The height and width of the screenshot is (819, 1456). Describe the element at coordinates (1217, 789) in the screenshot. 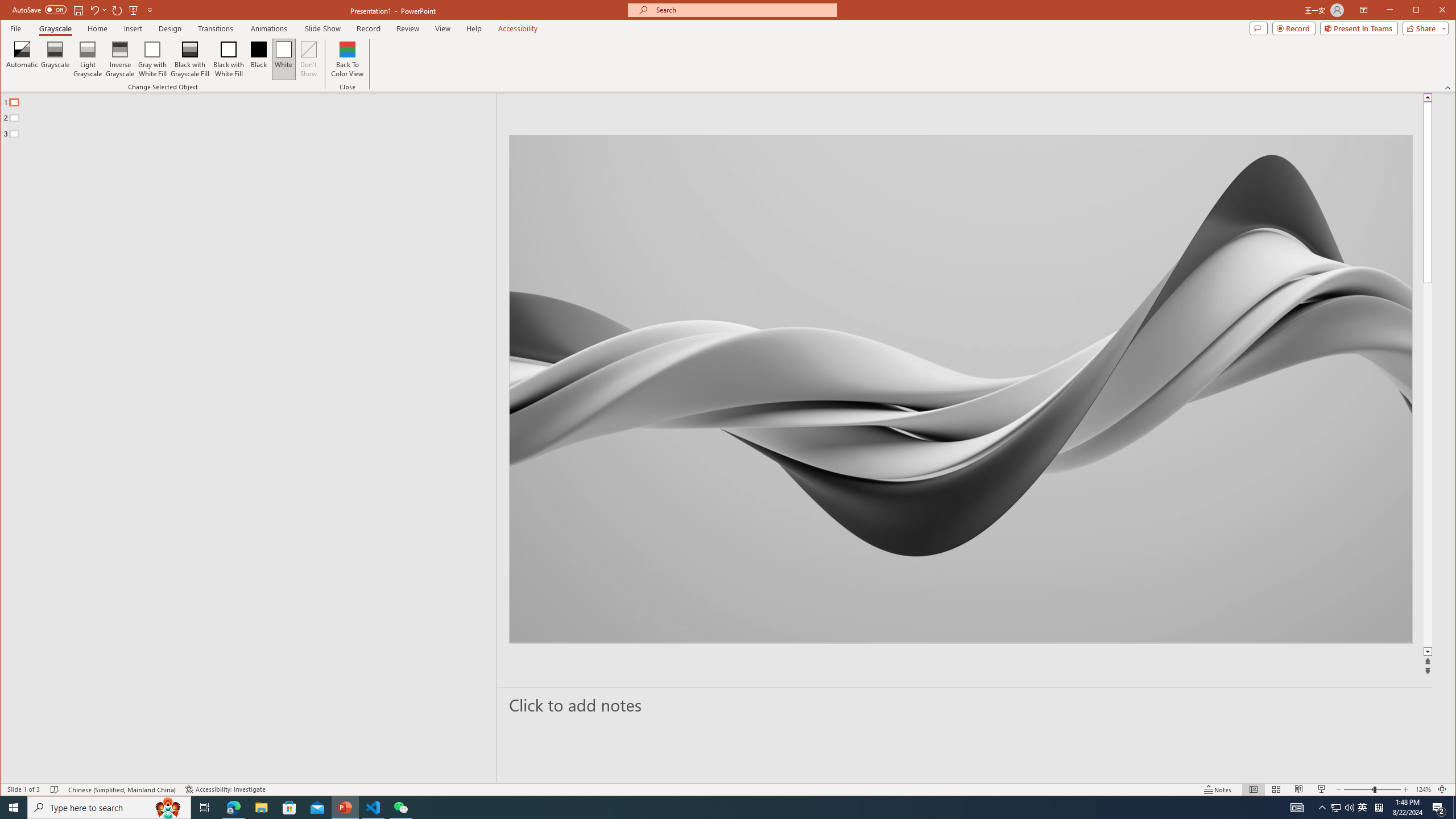

I see `'Notes '` at that location.